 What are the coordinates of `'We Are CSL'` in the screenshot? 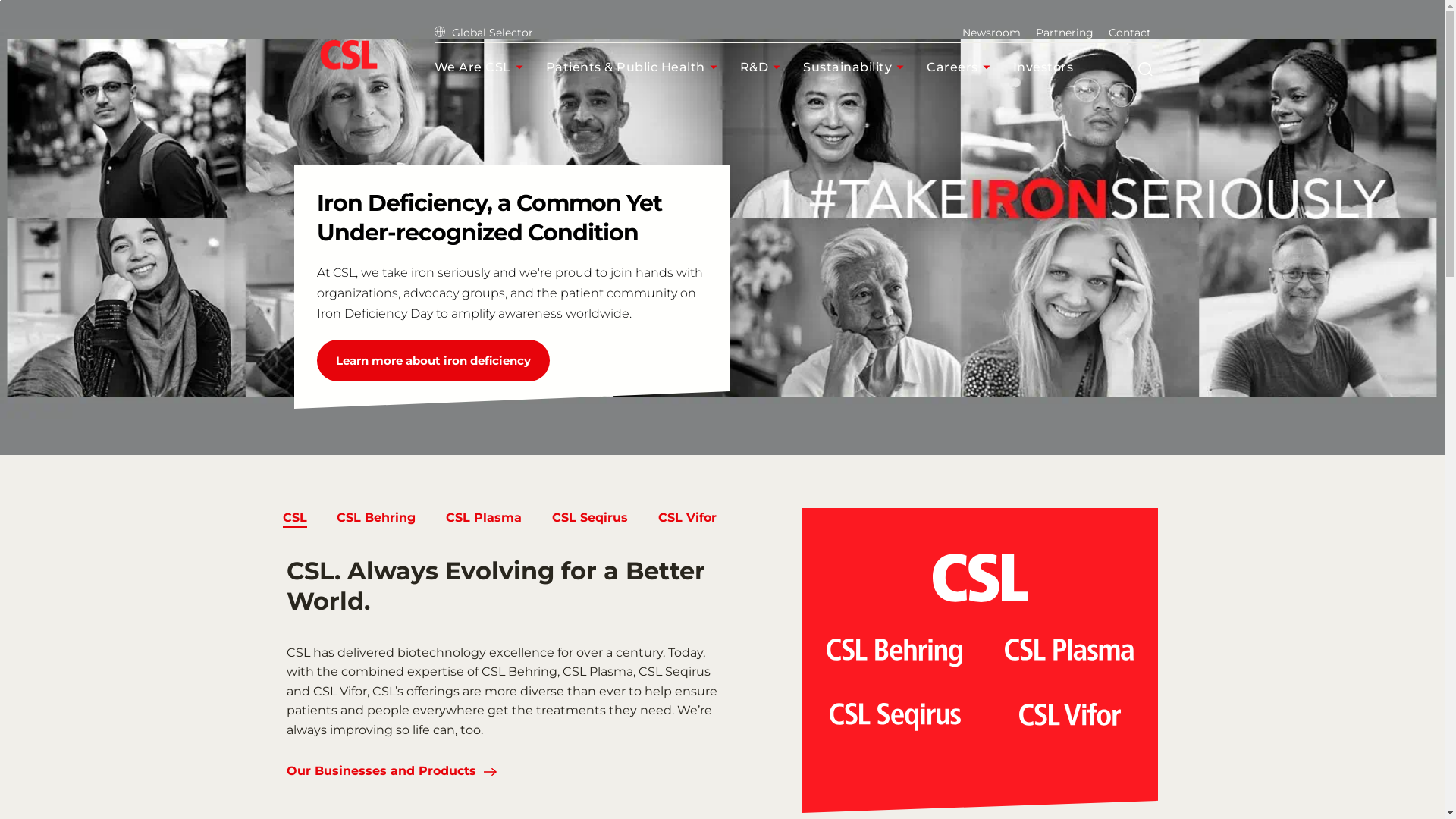 It's located at (481, 66).